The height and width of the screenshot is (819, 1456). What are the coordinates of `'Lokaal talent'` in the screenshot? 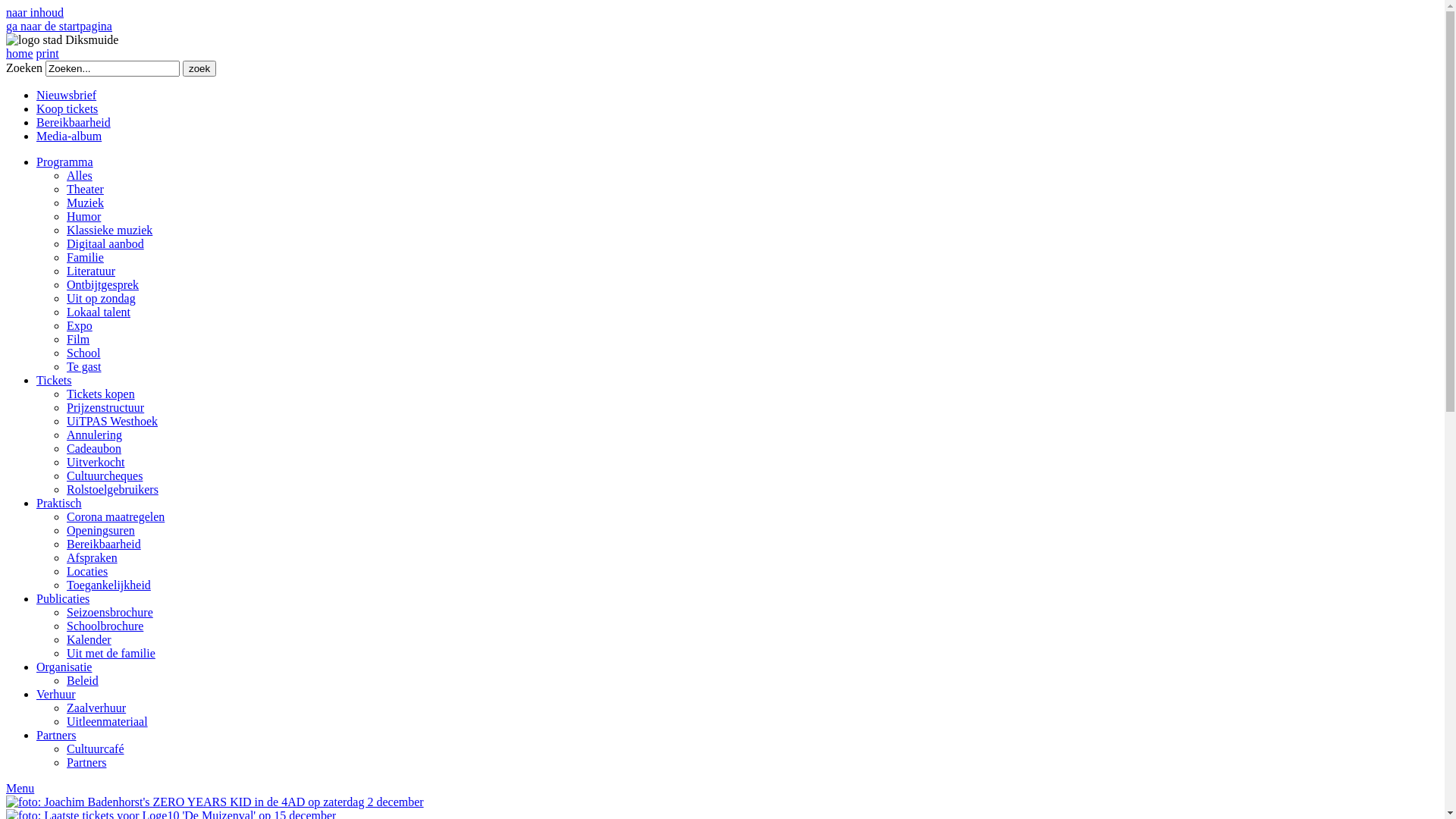 It's located at (97, 311).